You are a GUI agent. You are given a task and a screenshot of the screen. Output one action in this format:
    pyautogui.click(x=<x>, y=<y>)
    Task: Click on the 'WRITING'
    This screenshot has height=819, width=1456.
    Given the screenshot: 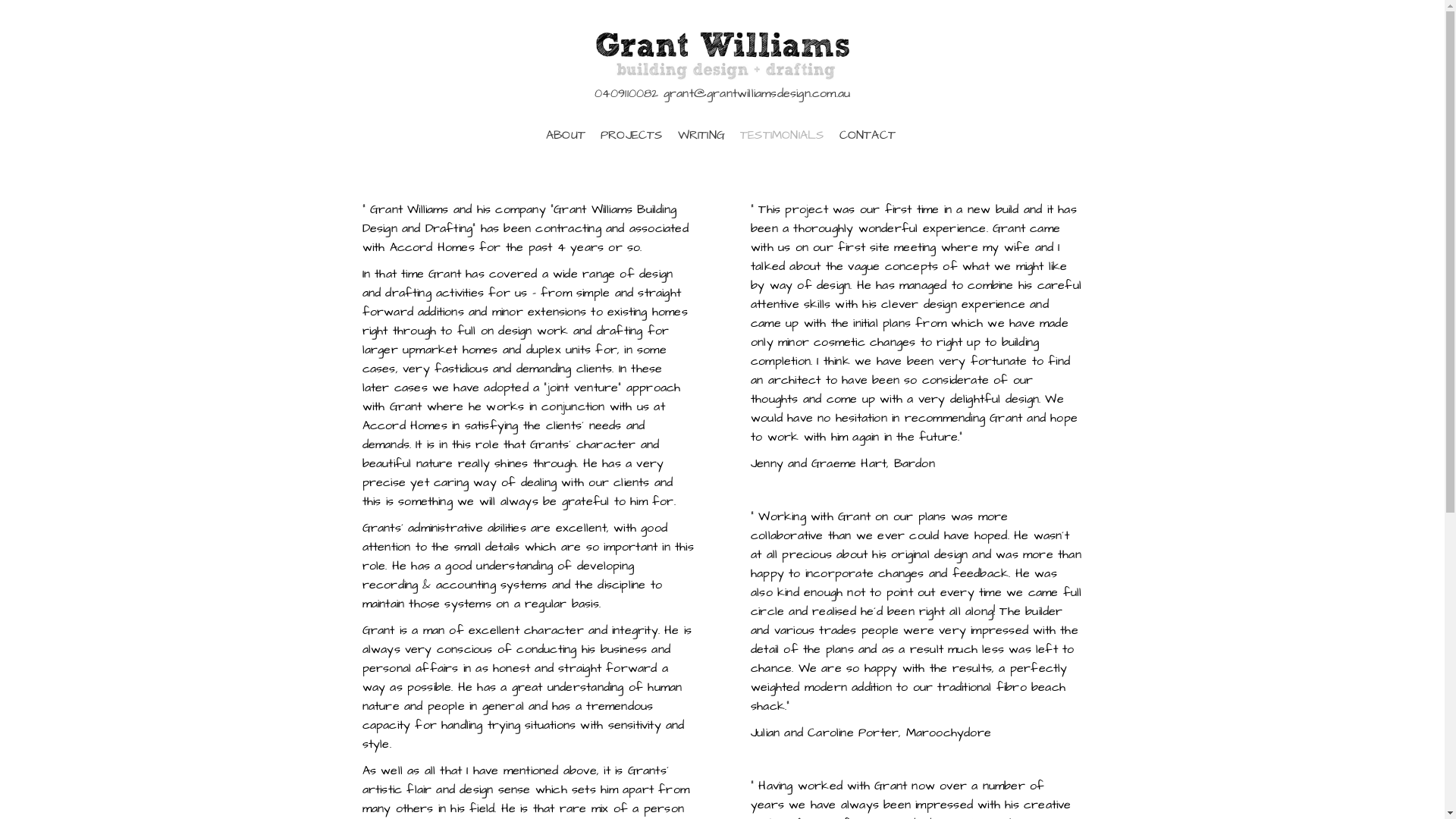 What is the action you would take?
    pyautogui.click(x=701, y=134)
    